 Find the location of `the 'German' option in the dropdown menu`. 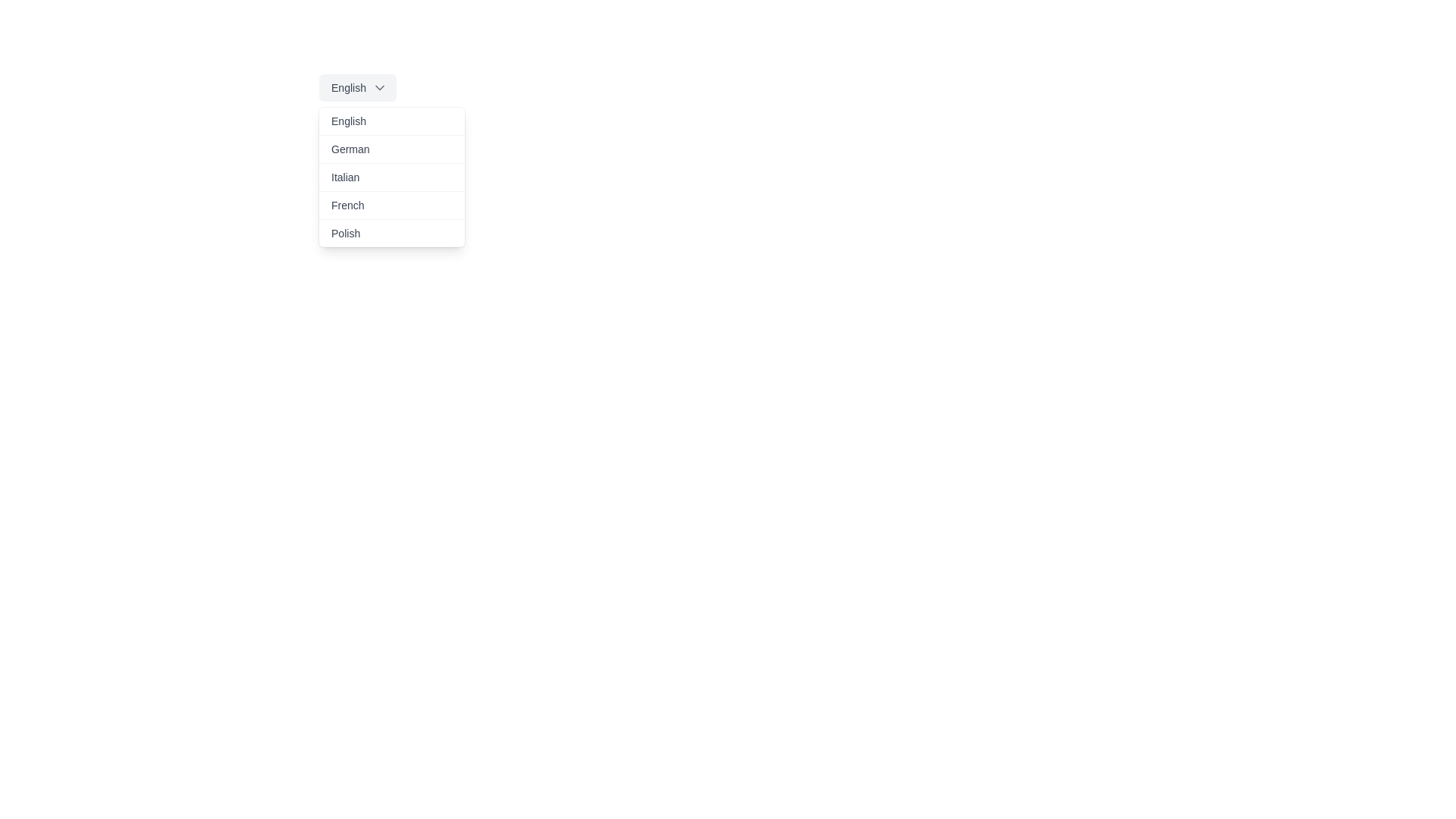

the 'German' option in the dropdown menu is located at coordinates (392, 149).